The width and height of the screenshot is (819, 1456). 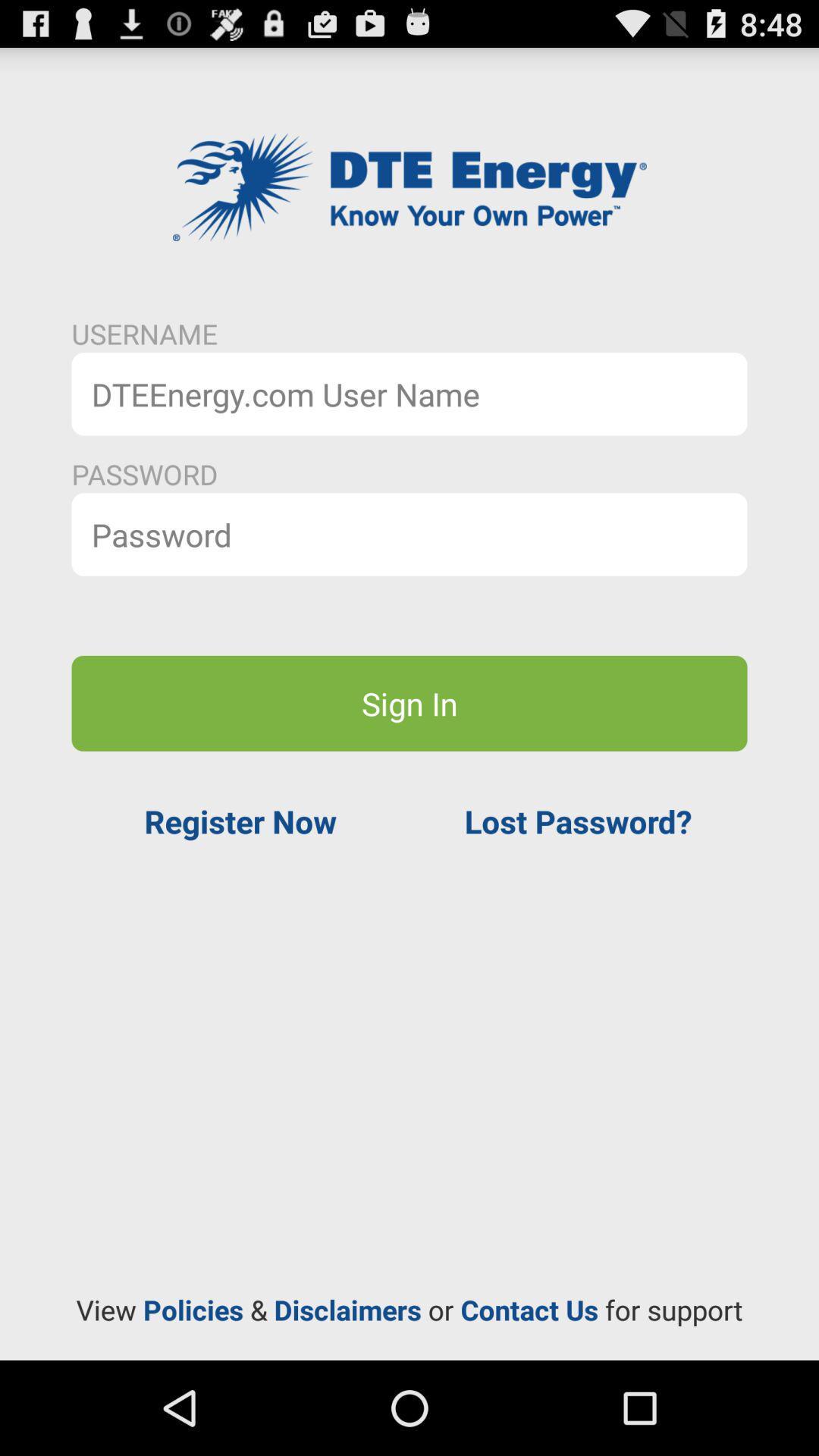 What do you see at coordinates (240, 821) in the screenshot?
I see `the app to the left of lost password? app` at bounding box center [240, 821].